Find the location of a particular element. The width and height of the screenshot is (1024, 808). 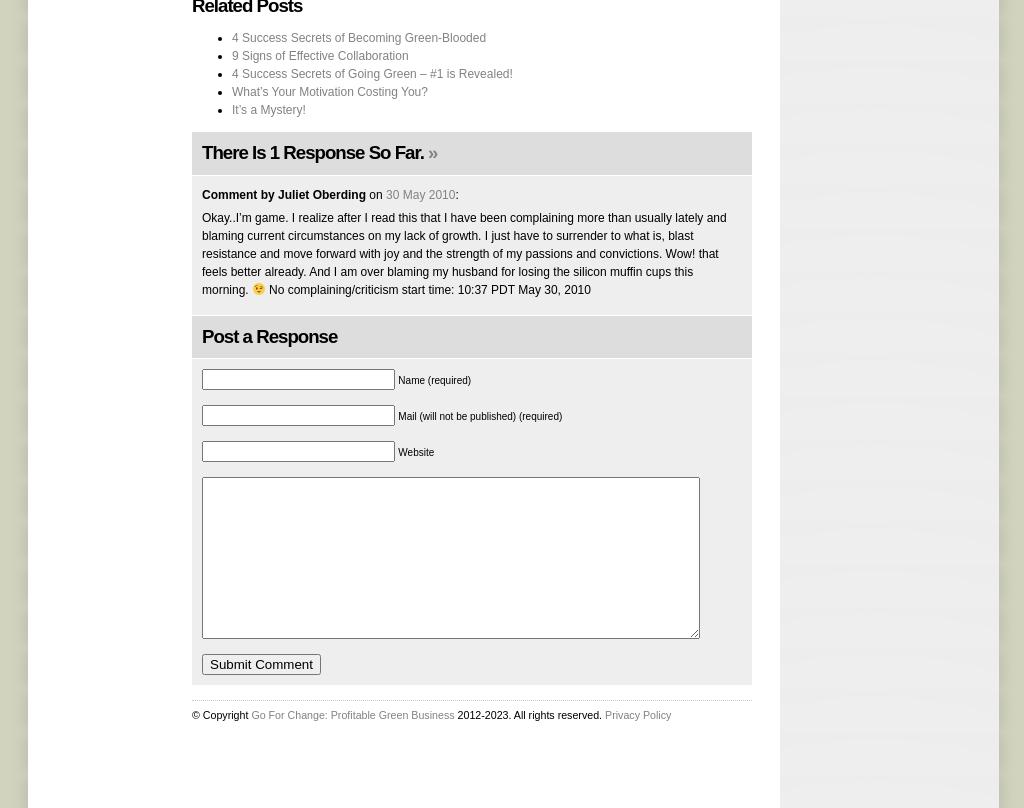

'It’s a Mystery!' is located at coordinates (268, 108).